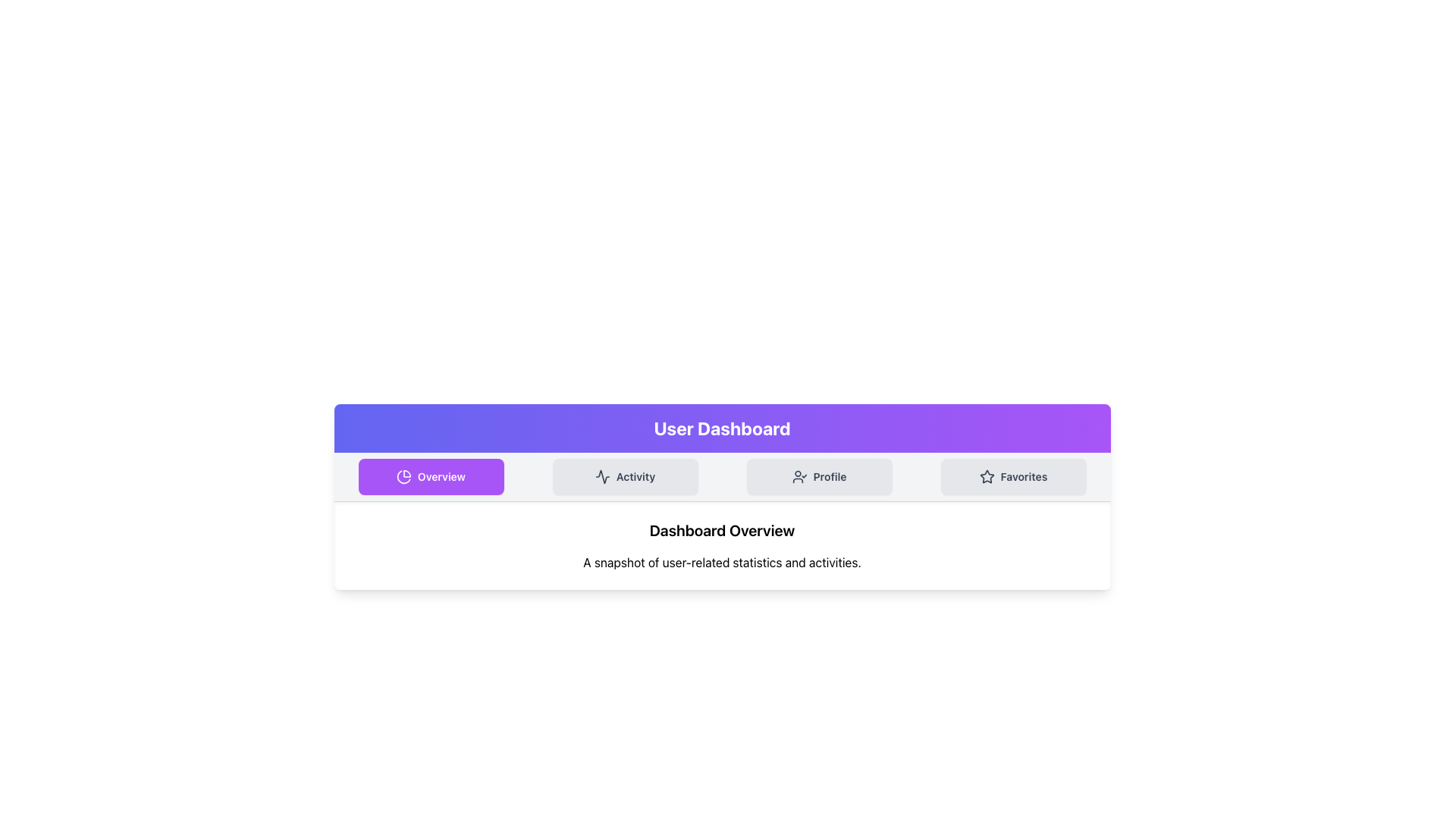 This screenshot has height=819, width=1456. What do you see at coordinates (818, 475) in the screenshot?
I see `the 'Profile' button located in the navigation bar under 'User Dashboard'` at bounding box center [818, 475].